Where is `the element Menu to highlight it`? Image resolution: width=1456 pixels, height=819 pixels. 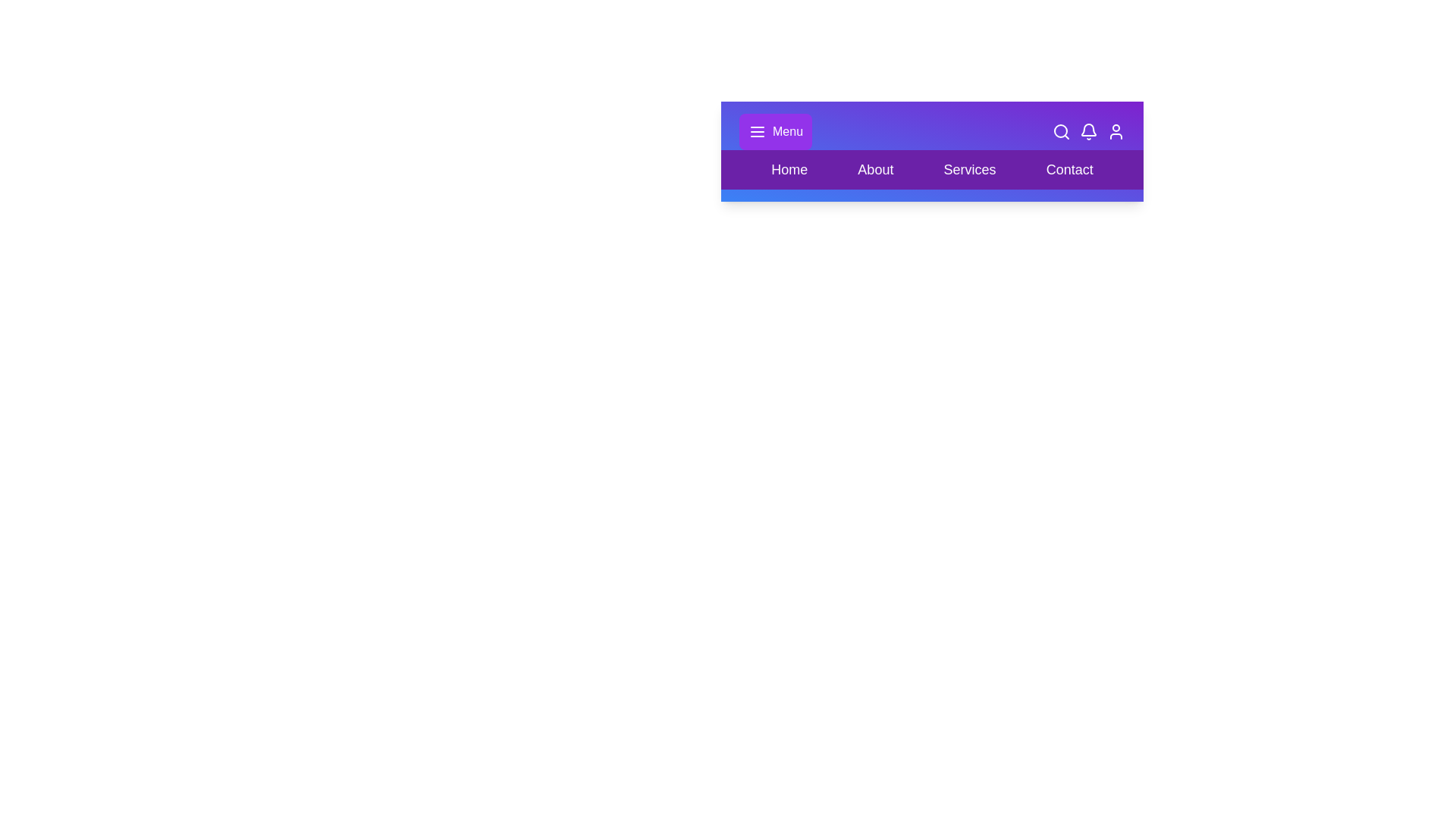 the element Menu to highlight it is located at coordinates (775, 130).